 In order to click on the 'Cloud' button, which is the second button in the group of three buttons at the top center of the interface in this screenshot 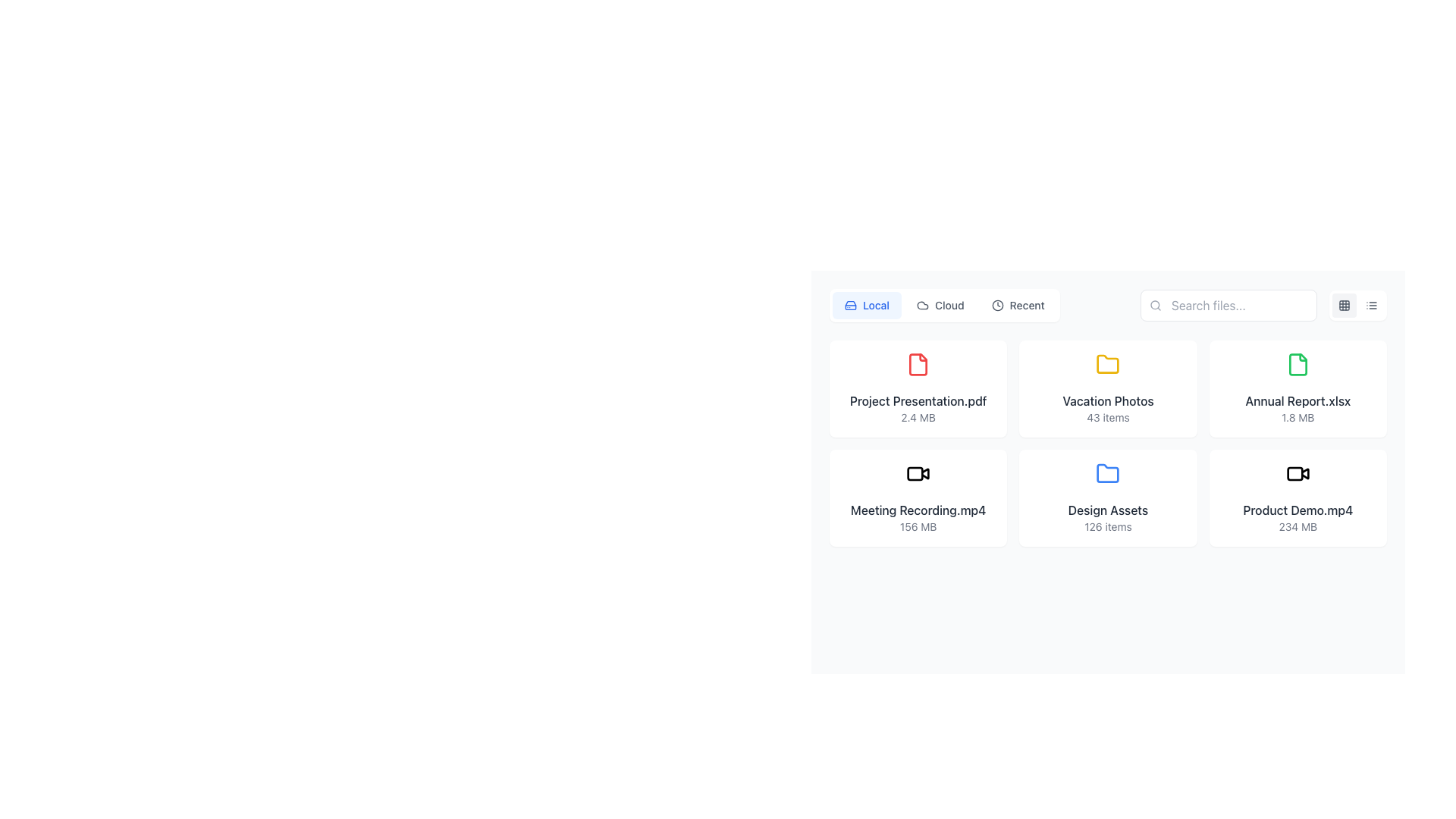, I will do `click(940, 305)`.